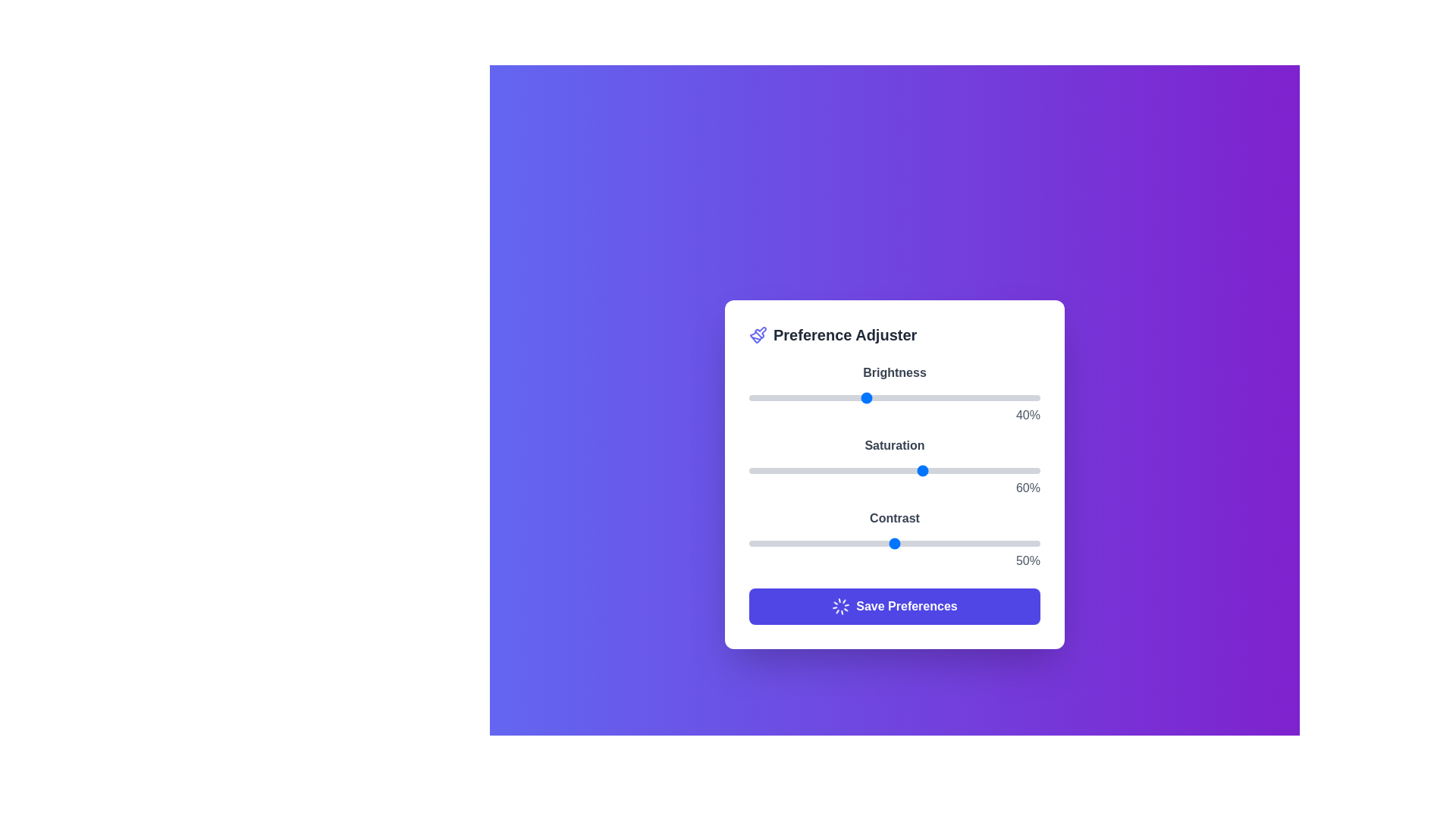 This screenshot has height=819, width=1456. Describe the element at coordinates (812, 543) in the screenshot. I see `the contrast slider to 22%` at that location.